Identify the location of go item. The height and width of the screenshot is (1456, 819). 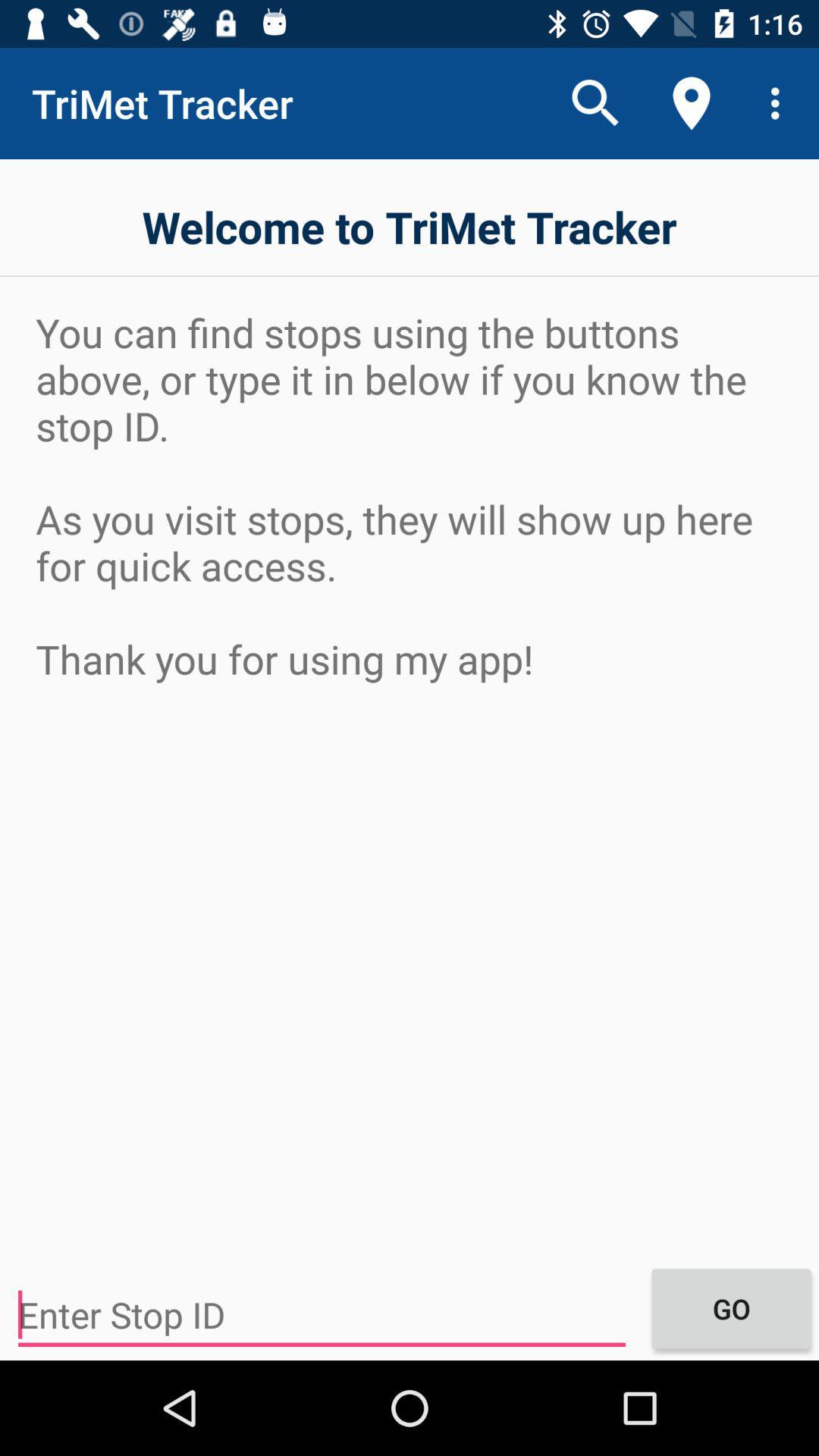
(730, 1307).